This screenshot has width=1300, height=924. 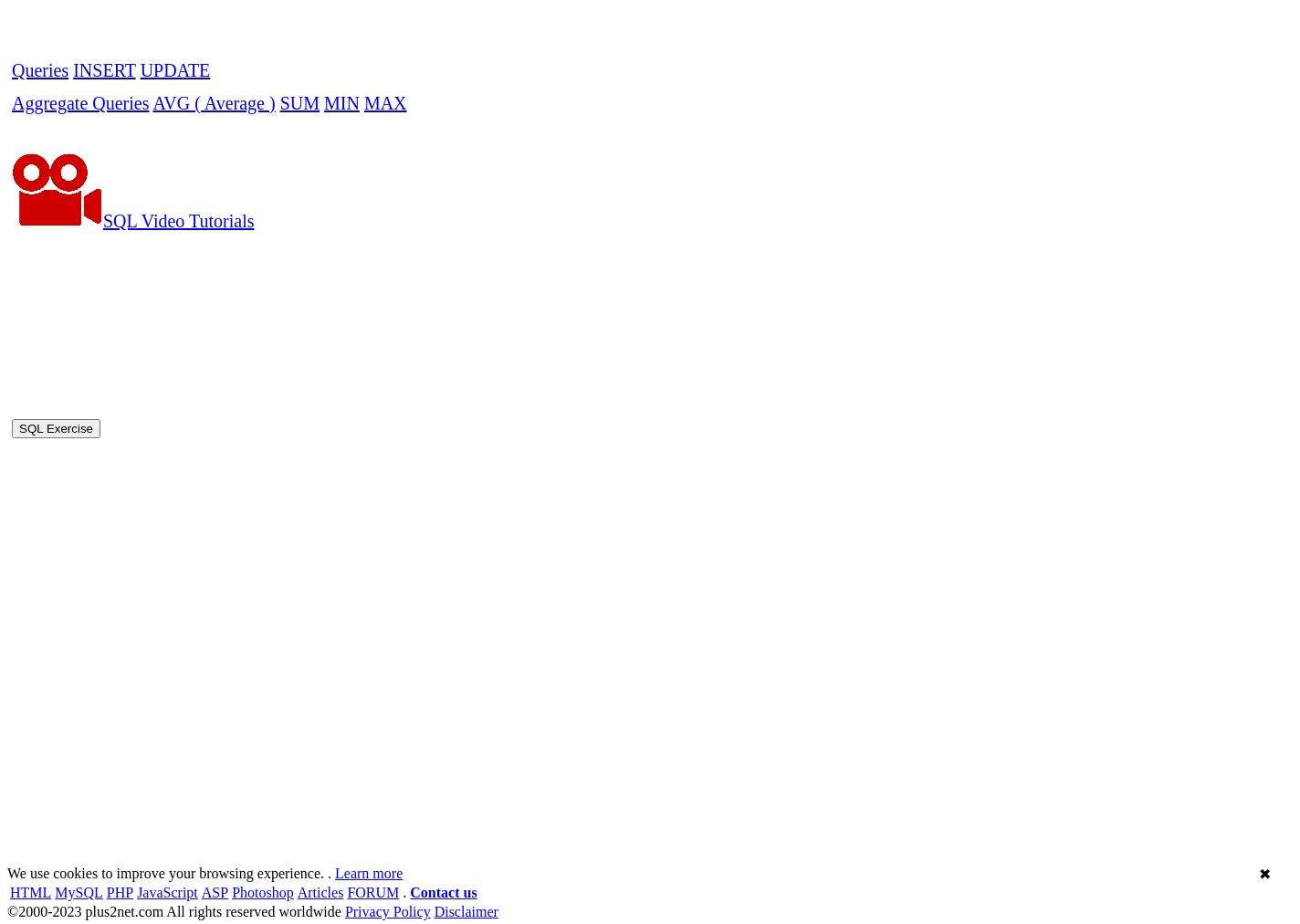 What do you see at coordinates (165, 381) in the screenshot?
I see `'JavaScript'` at bounding box center [165, 381].